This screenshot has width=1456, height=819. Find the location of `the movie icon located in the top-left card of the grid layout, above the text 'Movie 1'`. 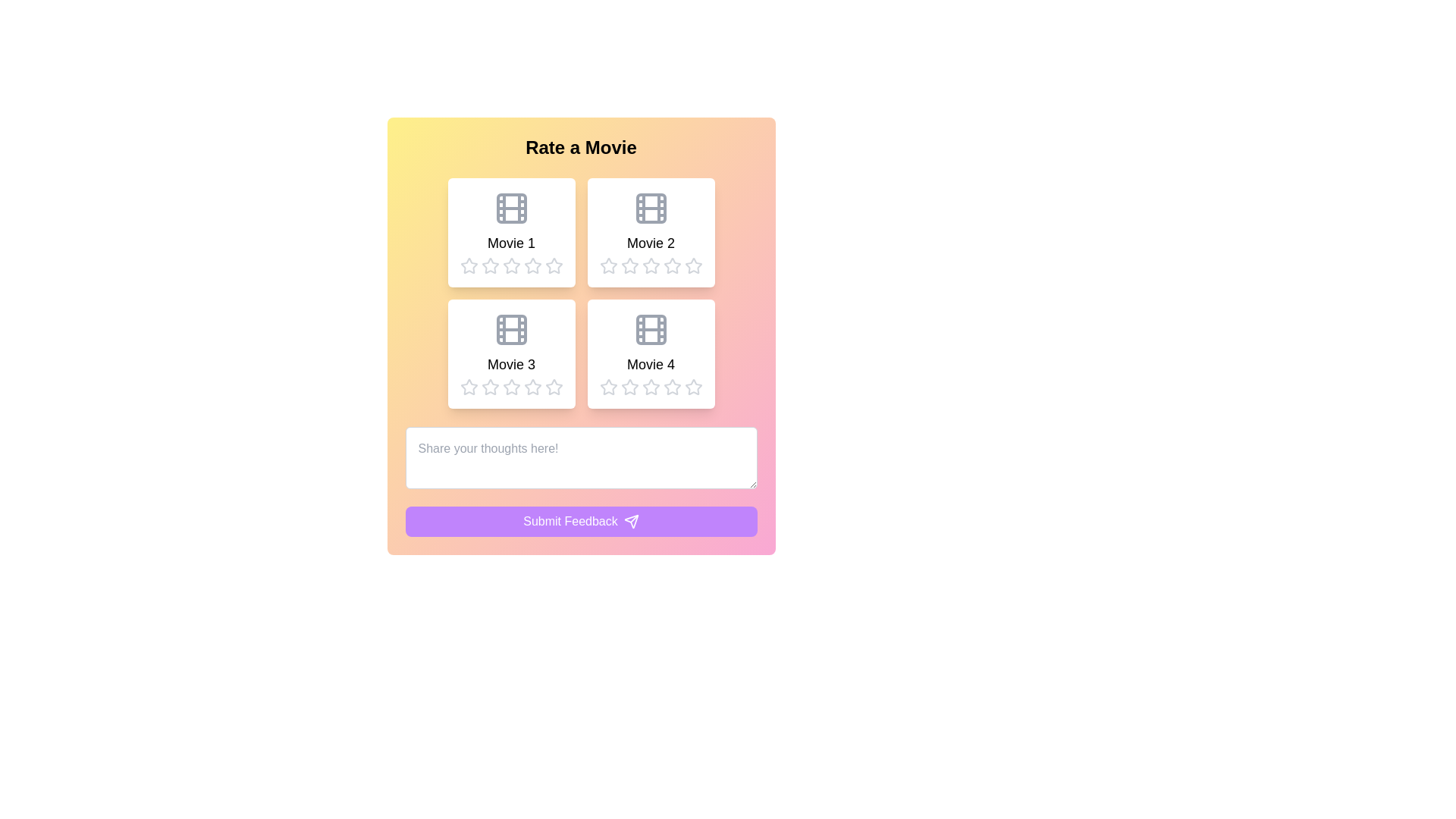

the movie icon located in the top-left card of the grid layout, above the text 'Movie 1' is located at coordinates (511, 208).